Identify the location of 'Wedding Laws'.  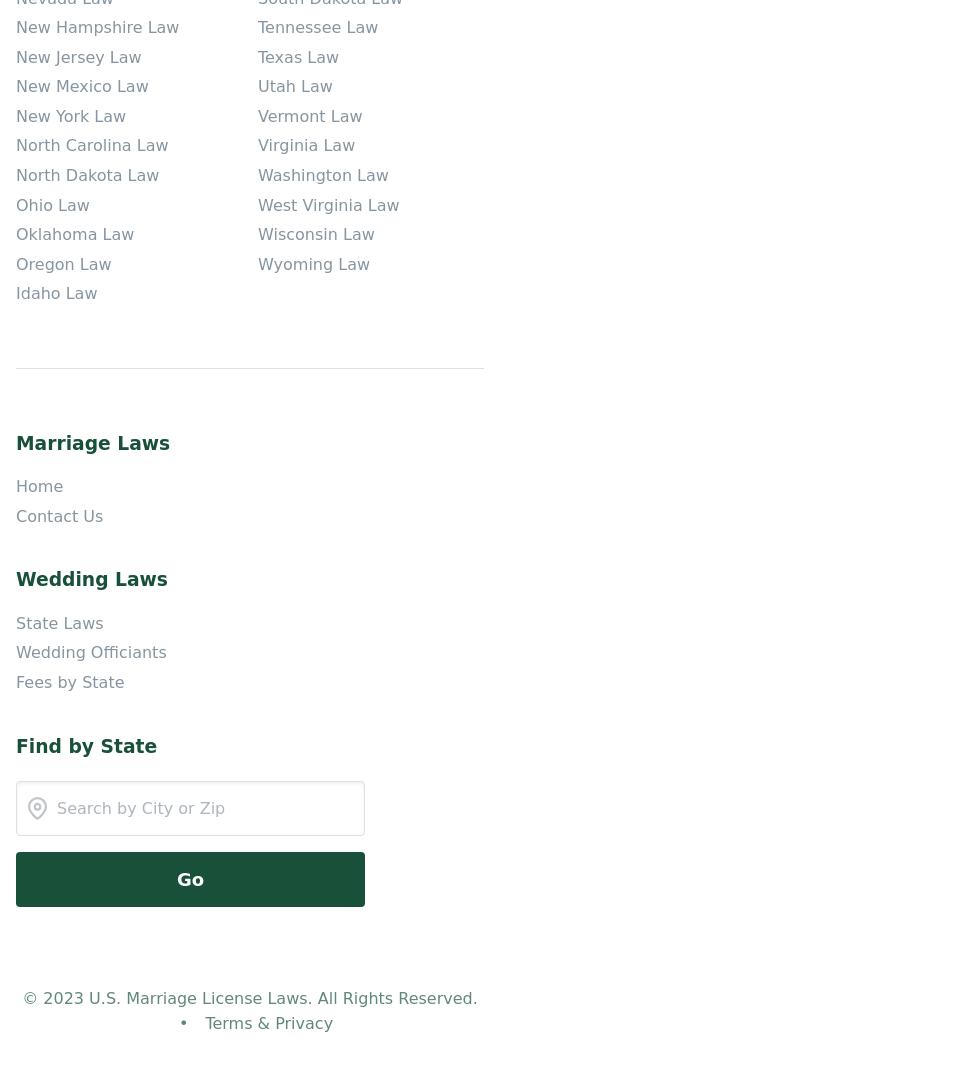
(16, 579).